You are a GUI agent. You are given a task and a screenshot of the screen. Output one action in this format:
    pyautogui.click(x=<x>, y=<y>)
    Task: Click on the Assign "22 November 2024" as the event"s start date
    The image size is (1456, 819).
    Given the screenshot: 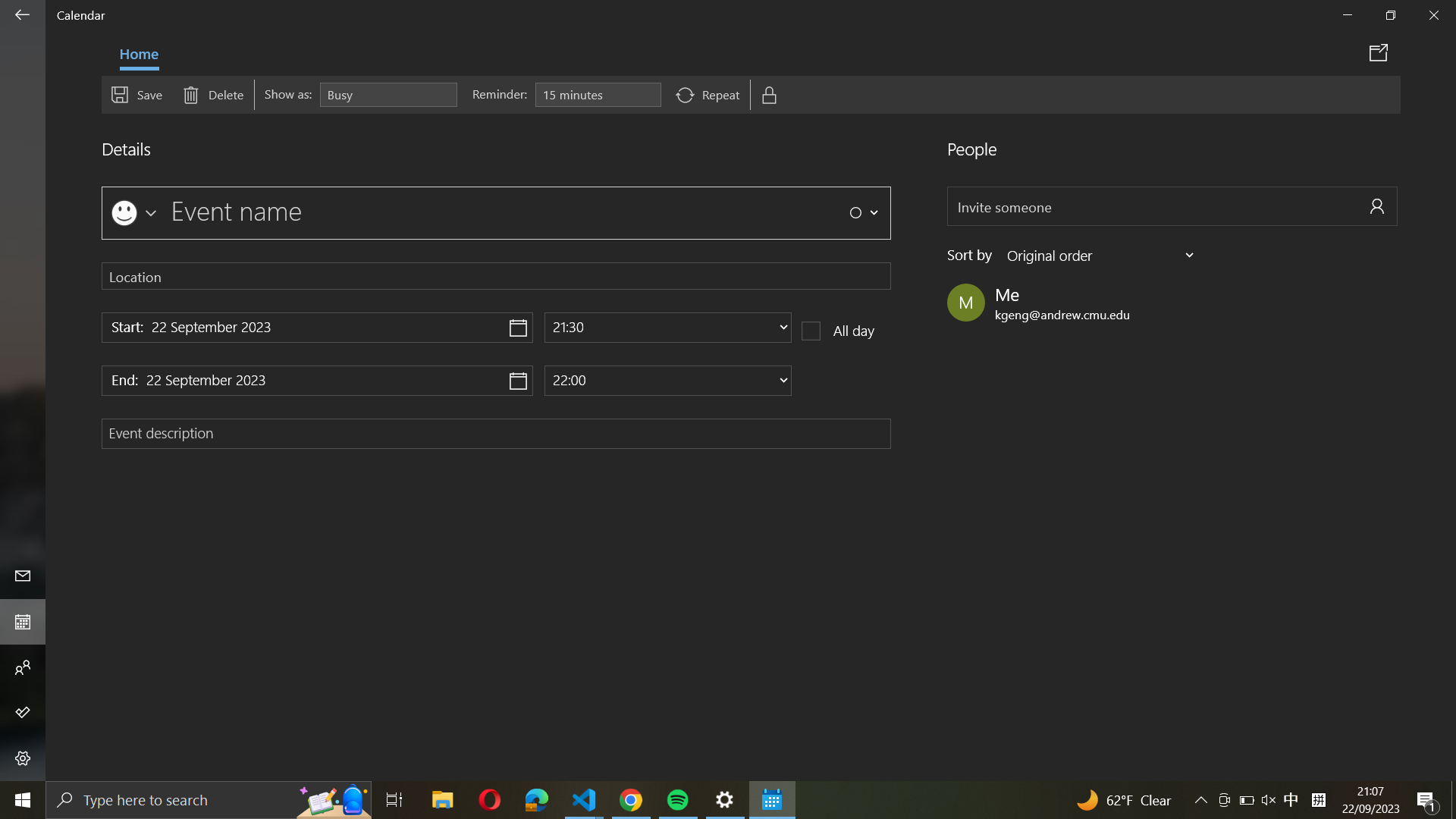 What is the action you would take?
    pyautogui.click(x=316, y=327)
    